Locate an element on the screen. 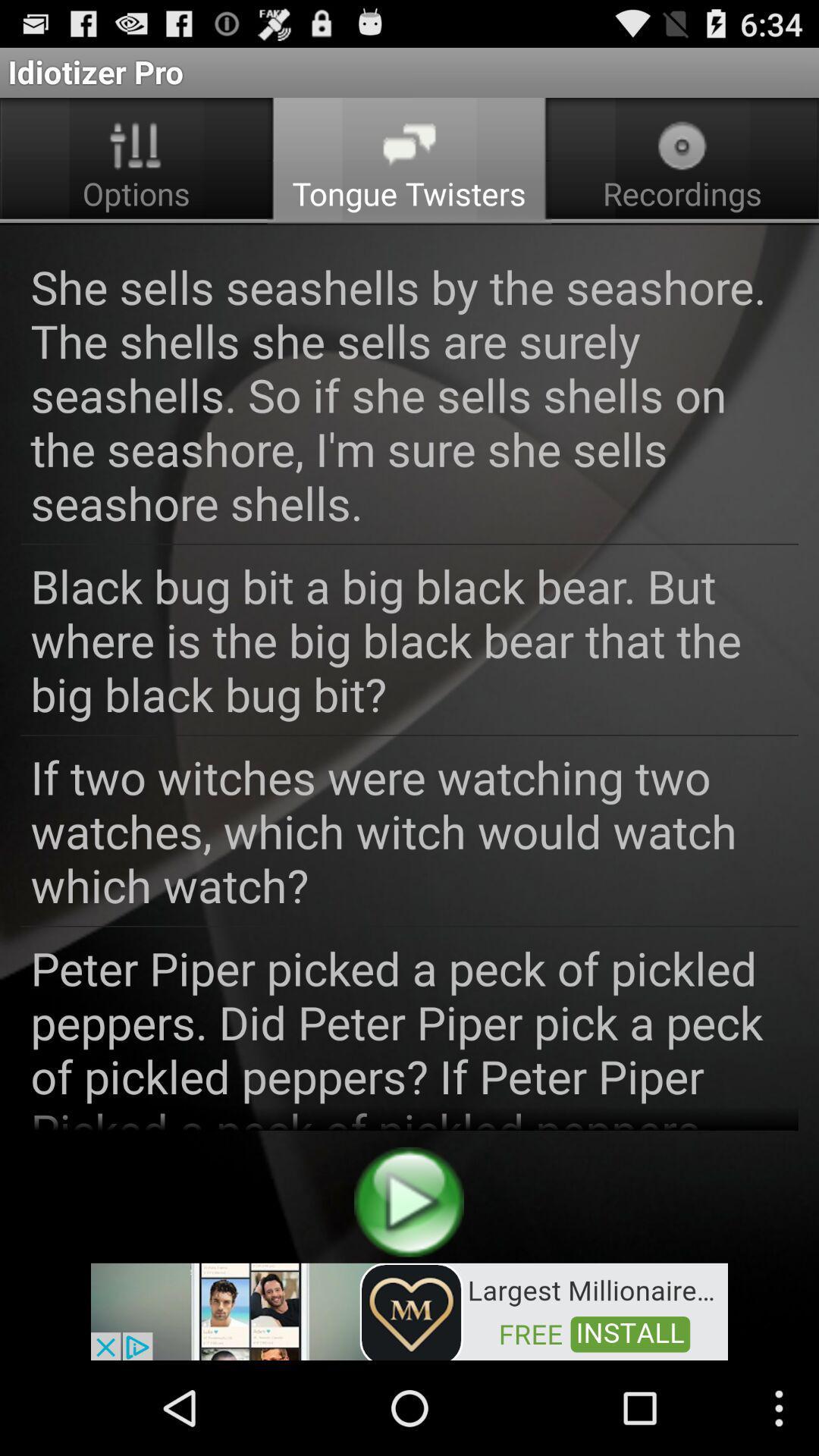 This screenshot has width=819, height=1456. next is located at coordinates (408, 1201).